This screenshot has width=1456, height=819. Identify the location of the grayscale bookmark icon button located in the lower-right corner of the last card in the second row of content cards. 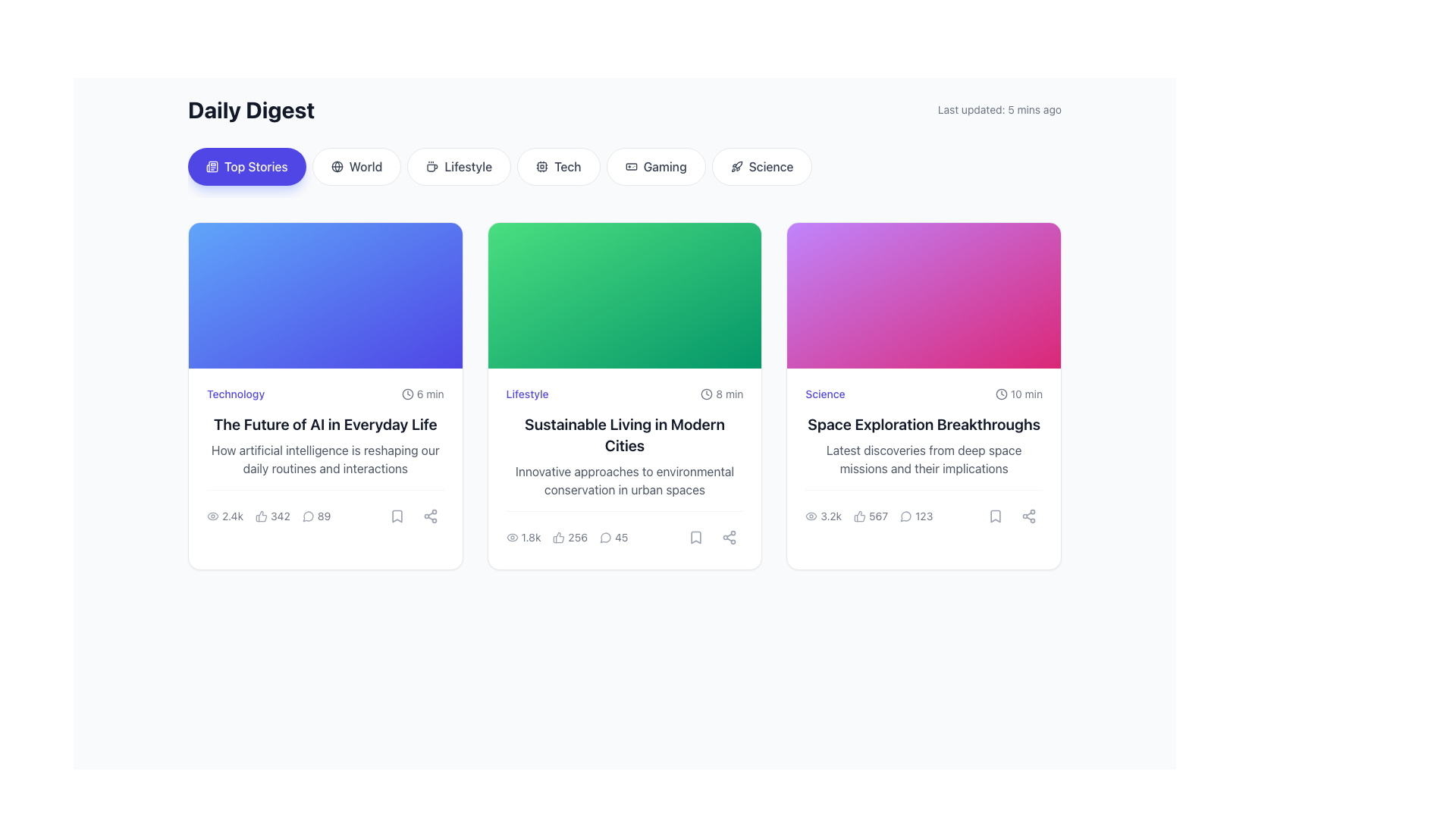
(995, 516).